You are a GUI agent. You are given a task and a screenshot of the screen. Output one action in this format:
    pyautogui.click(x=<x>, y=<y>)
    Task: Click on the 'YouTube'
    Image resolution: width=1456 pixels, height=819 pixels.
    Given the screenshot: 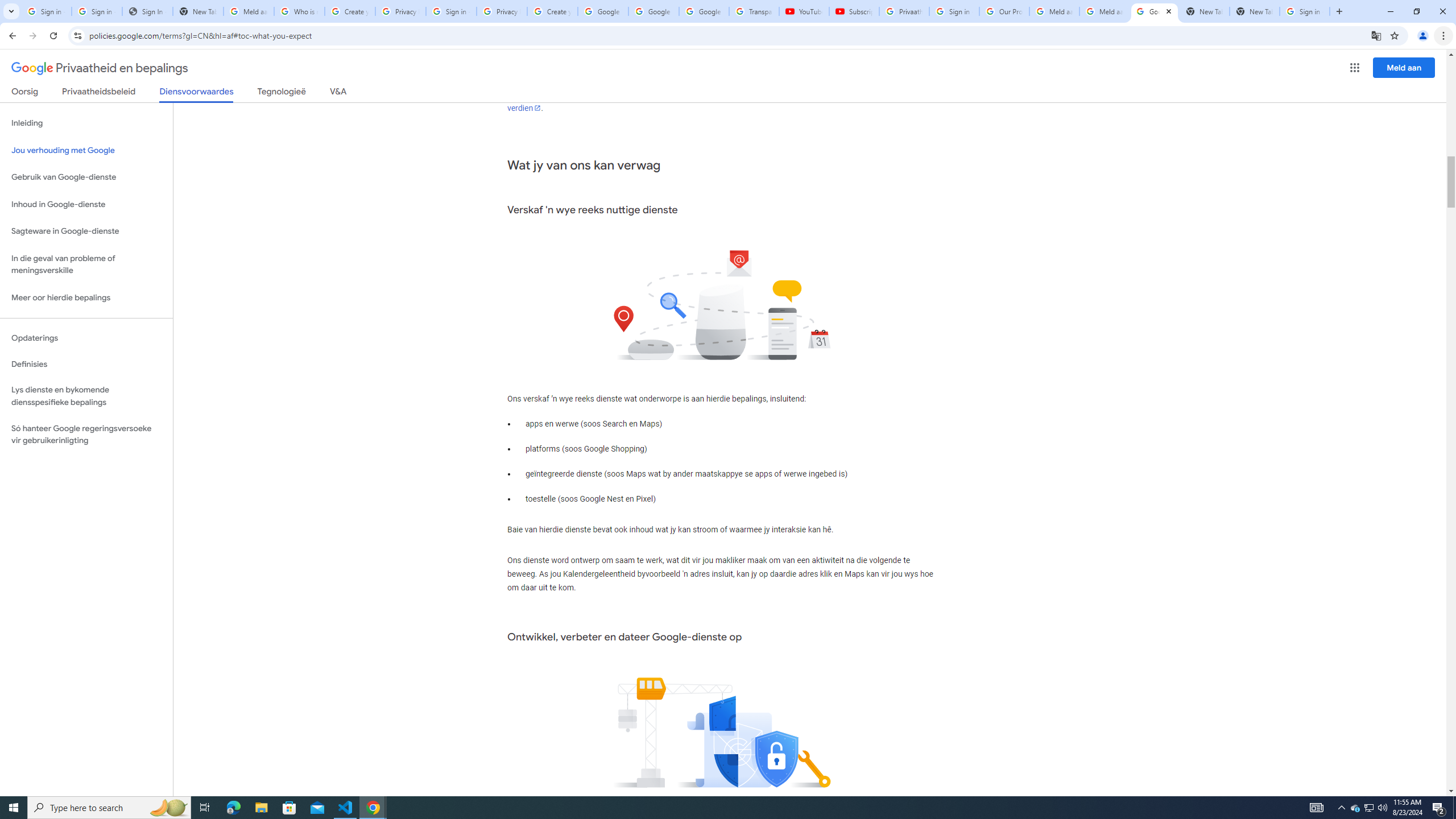 What is the action you would take?
    pyautogui.click(x=804, y=11)
    